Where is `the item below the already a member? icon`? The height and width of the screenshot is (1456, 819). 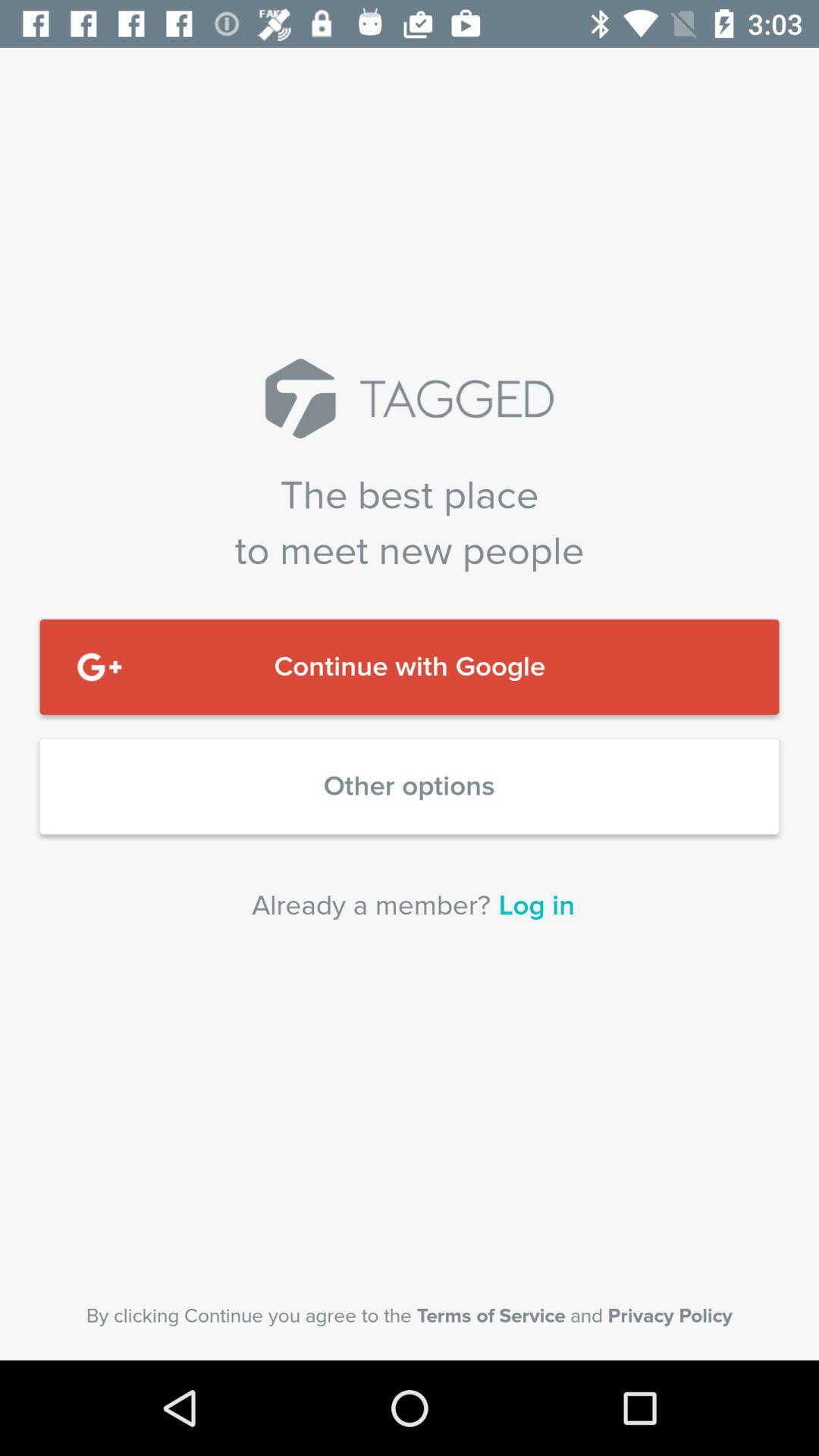
the item below the already a member? icon is located at coordinates (409, 1315).